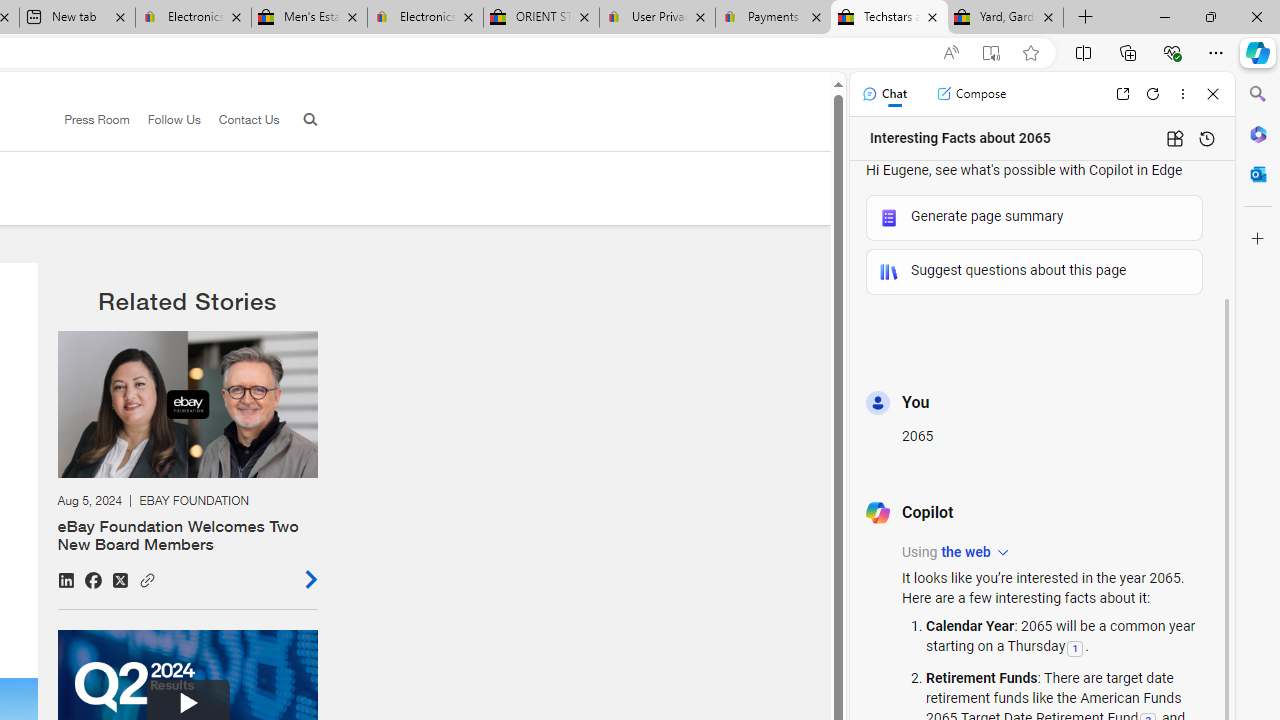 The image size is (1280, 720). What do you see at coordinates (240, 120) in the screenshot?
I see `'Contact Us'` at bounding box center [240, 120].